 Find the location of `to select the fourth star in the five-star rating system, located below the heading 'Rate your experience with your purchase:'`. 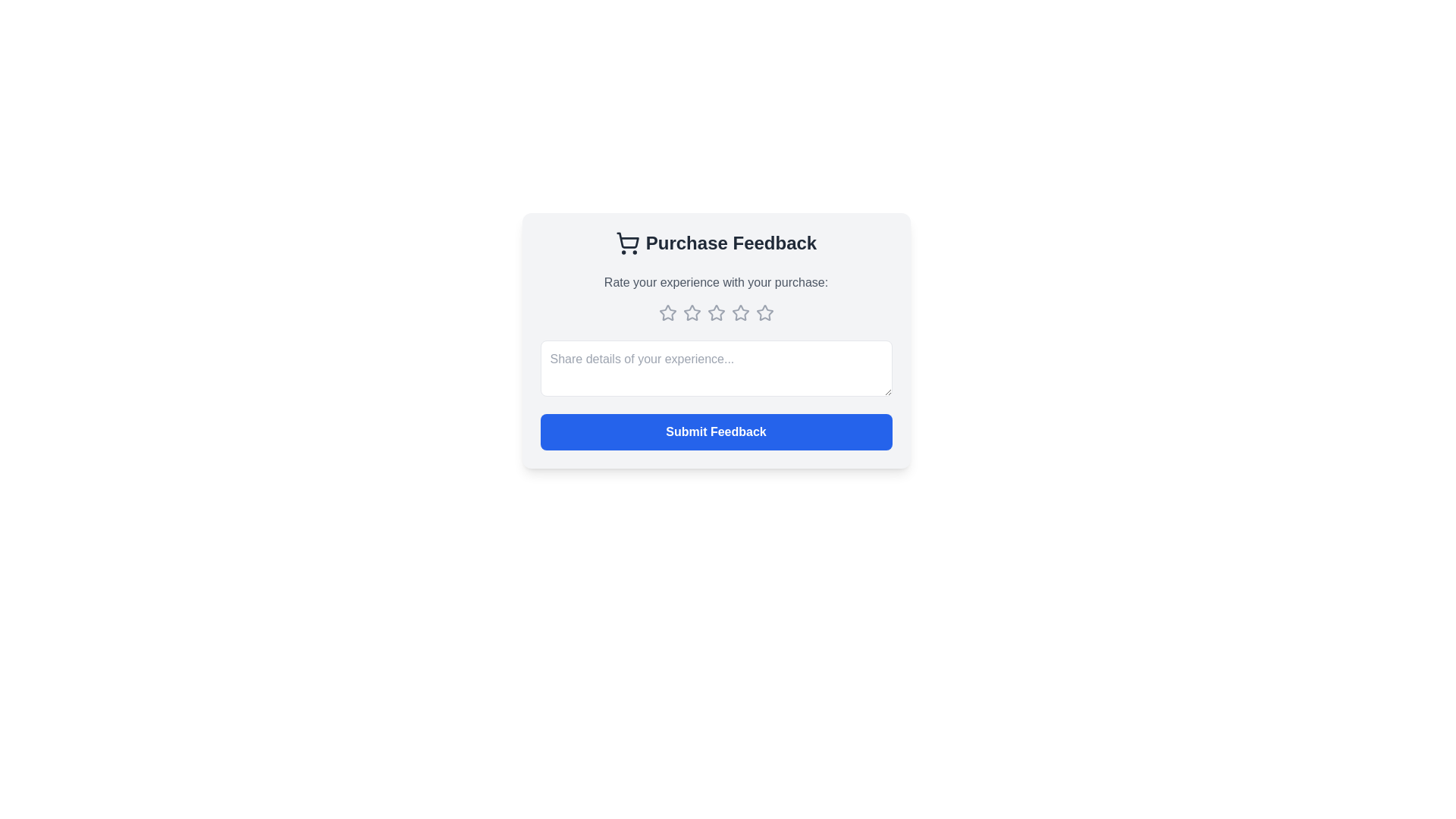

to select the fourth star in the five-star rating system, located below the heading 'Rate your experience with your purchase:' is located at coordinates (764, 312).